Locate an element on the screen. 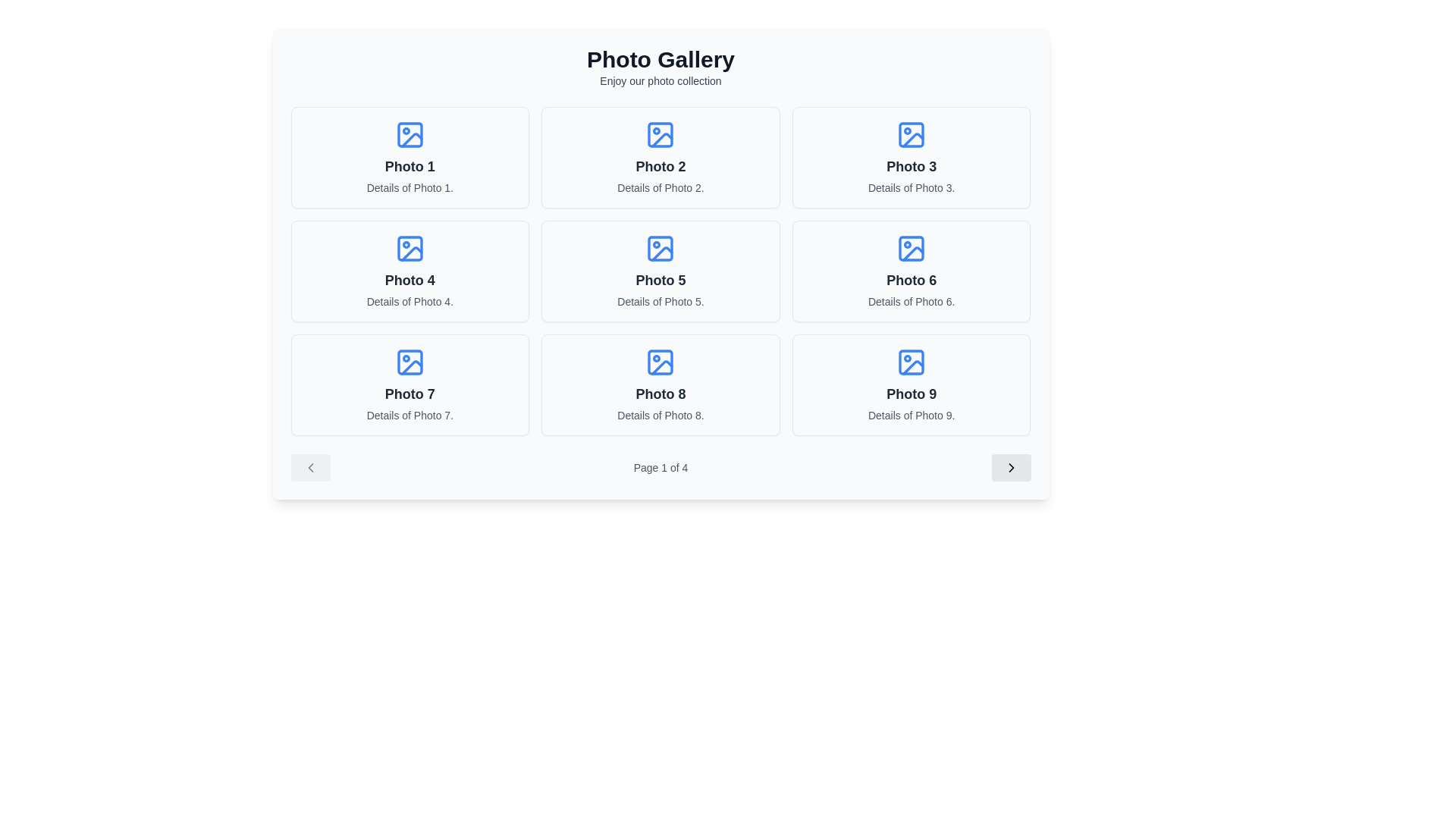  the Card component in the second row, first column of the grid layout that displays a photo with its title and description is located at coordinates (409, 271).